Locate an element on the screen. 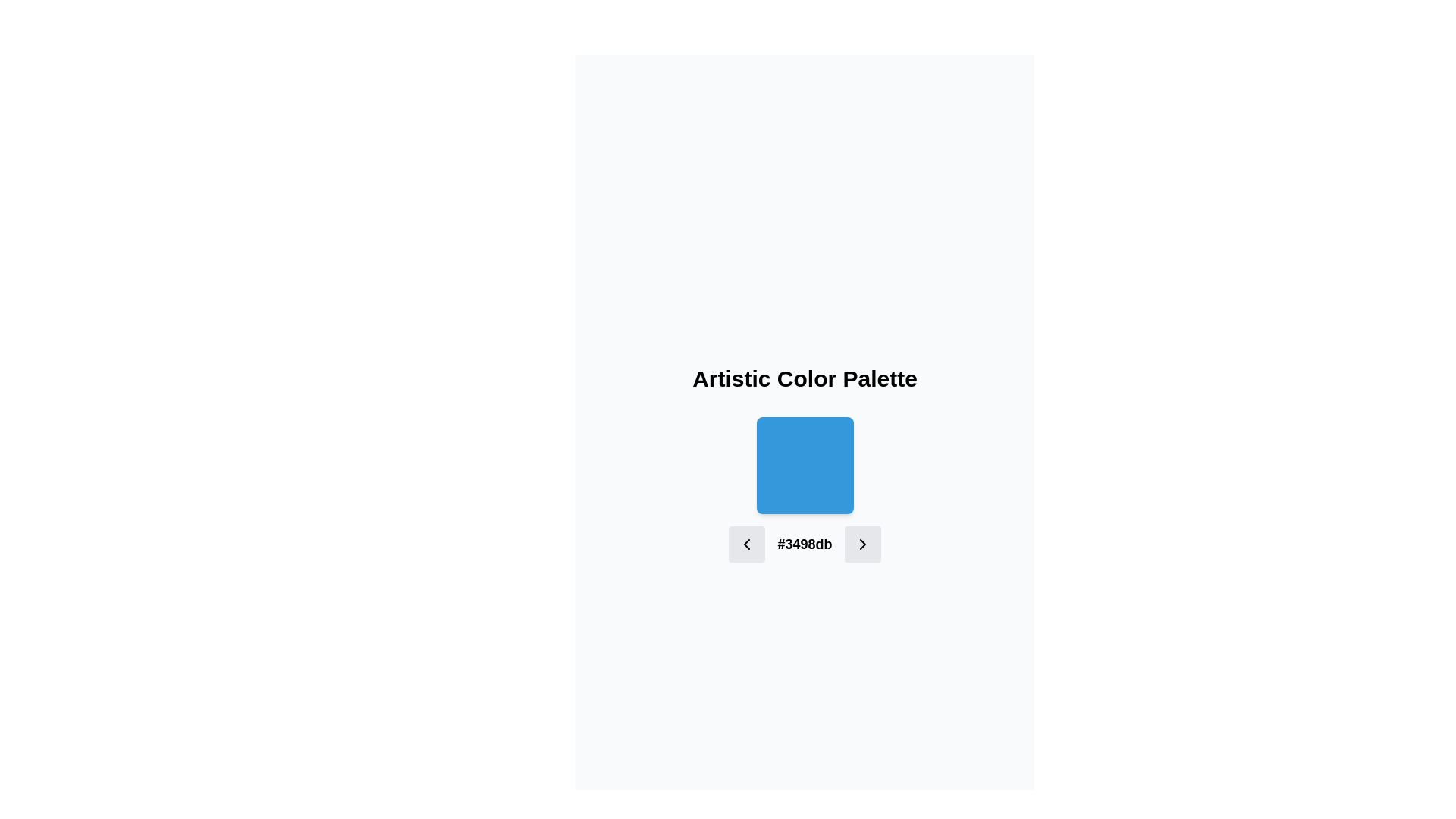  the rightward-facing chevron button located at the rightmost edge of the navigation area below the color palette display is located at coordinates (862, 543).